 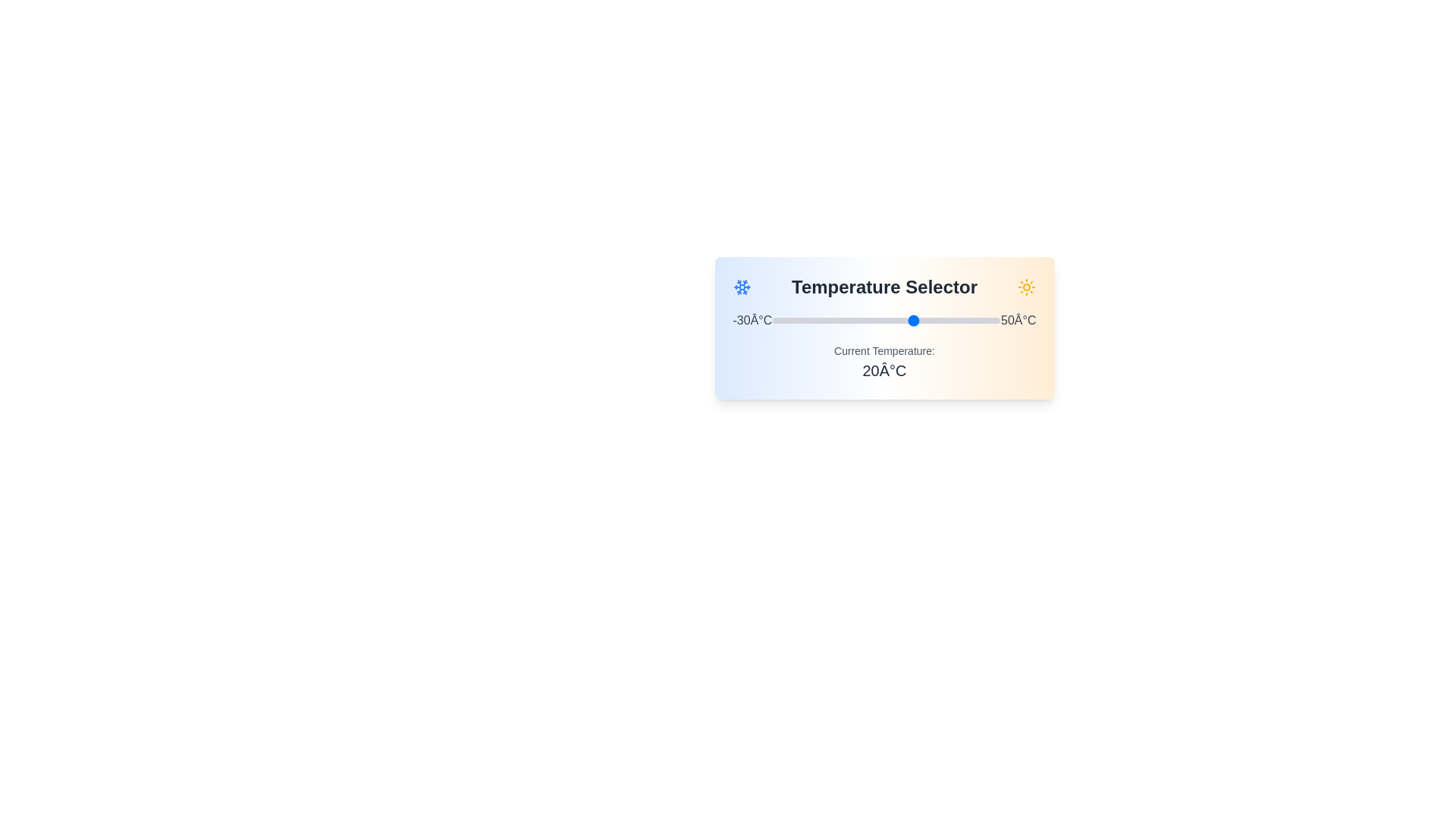 I want to click on the temperature, so click(x=980, y=320).